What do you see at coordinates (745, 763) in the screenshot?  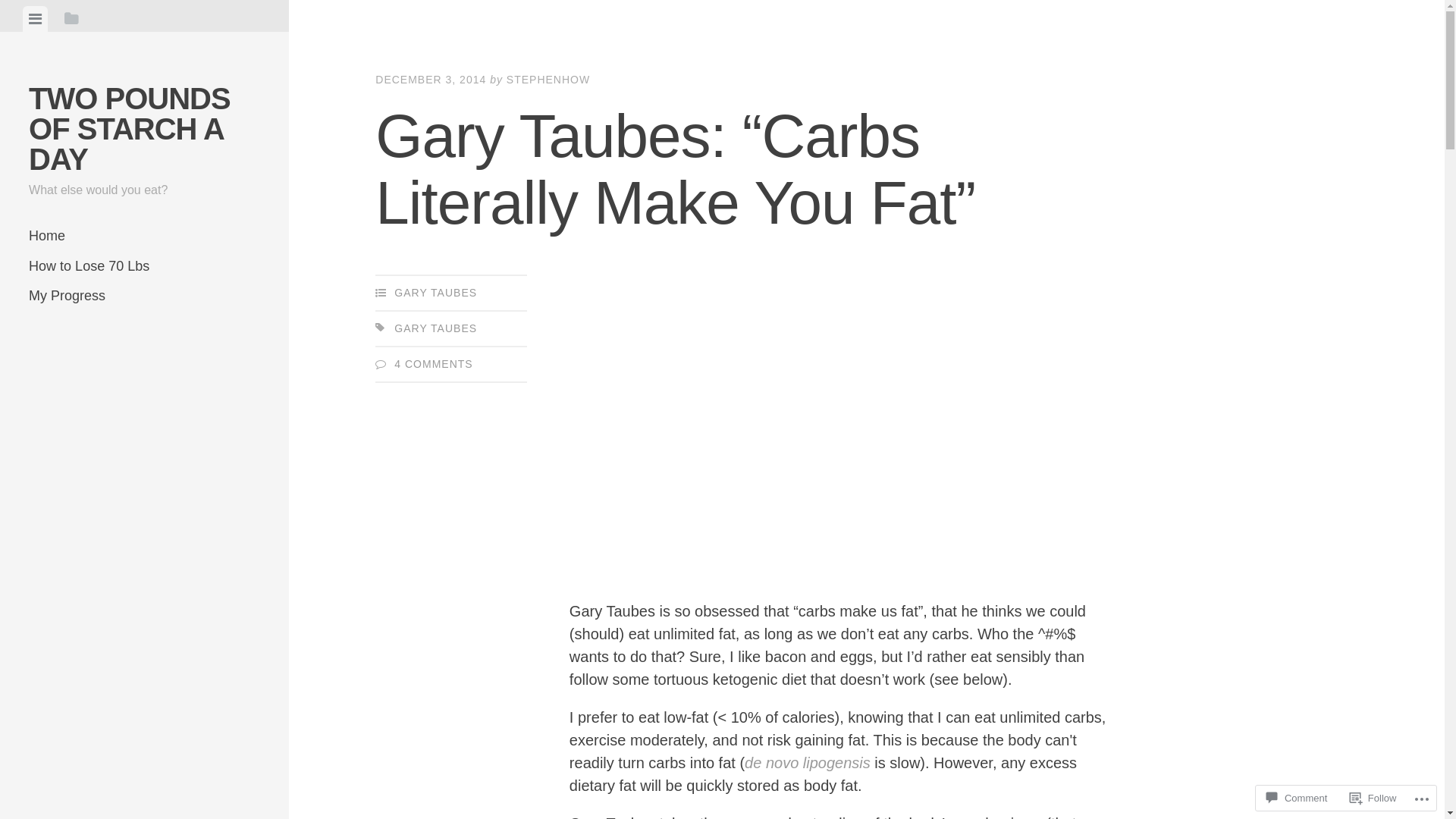 I see `'de novo lipogensis'` at bounding box center [745, 763].